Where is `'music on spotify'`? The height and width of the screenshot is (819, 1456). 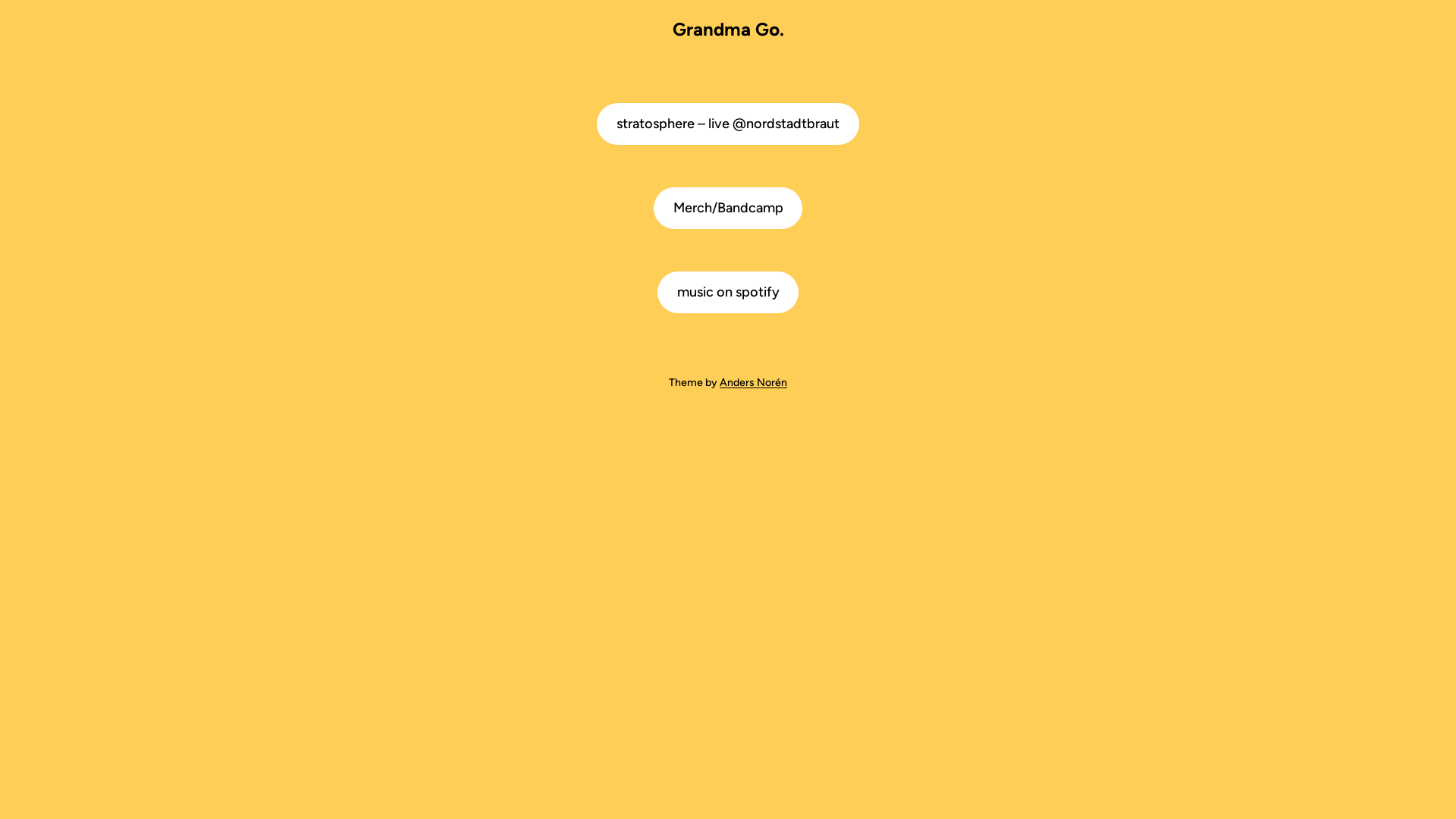
'music on spotify' is located at coordinates (728, 292).